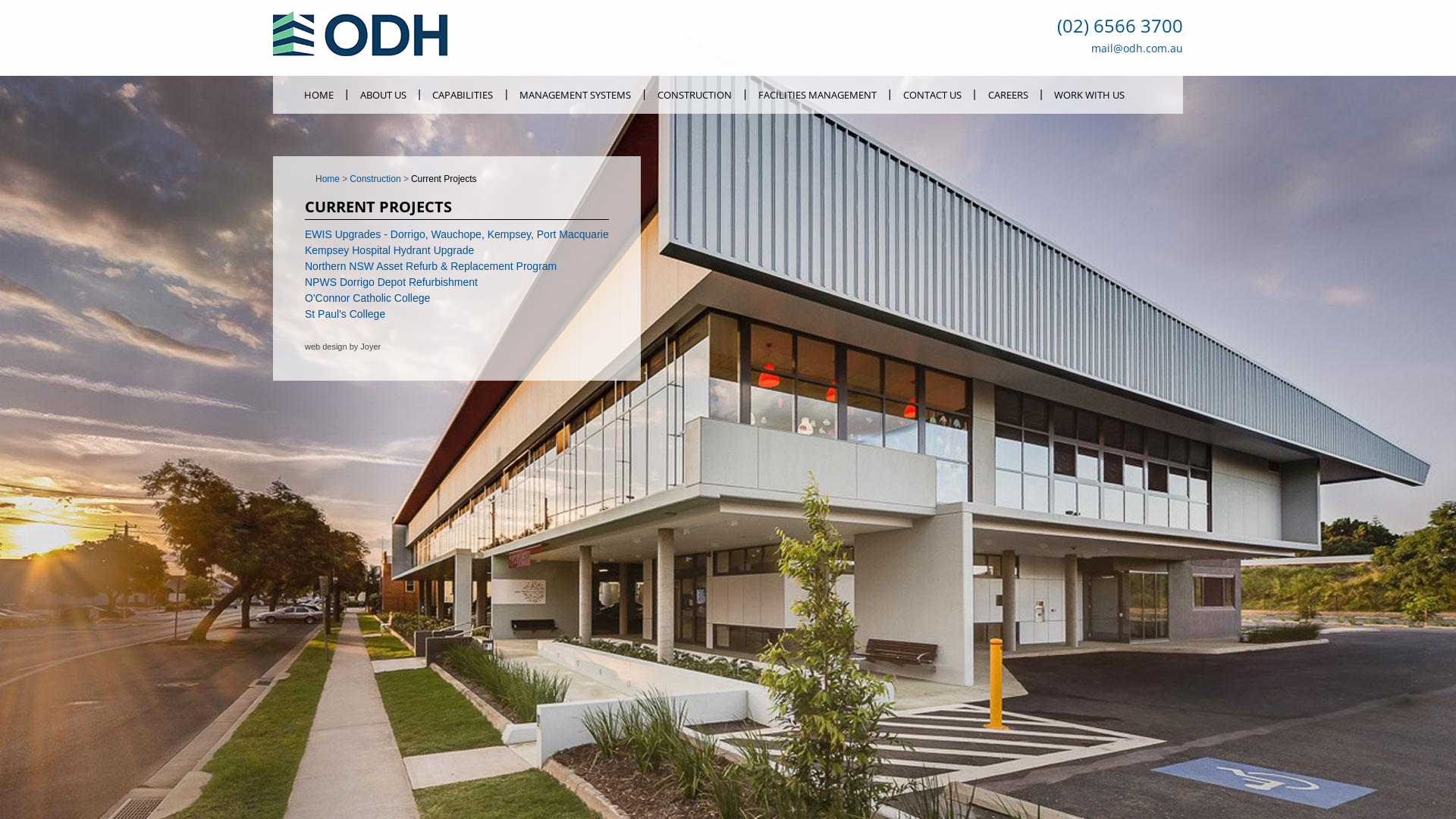  I want to click on 'WORK WITH US', so click(1041, 94).